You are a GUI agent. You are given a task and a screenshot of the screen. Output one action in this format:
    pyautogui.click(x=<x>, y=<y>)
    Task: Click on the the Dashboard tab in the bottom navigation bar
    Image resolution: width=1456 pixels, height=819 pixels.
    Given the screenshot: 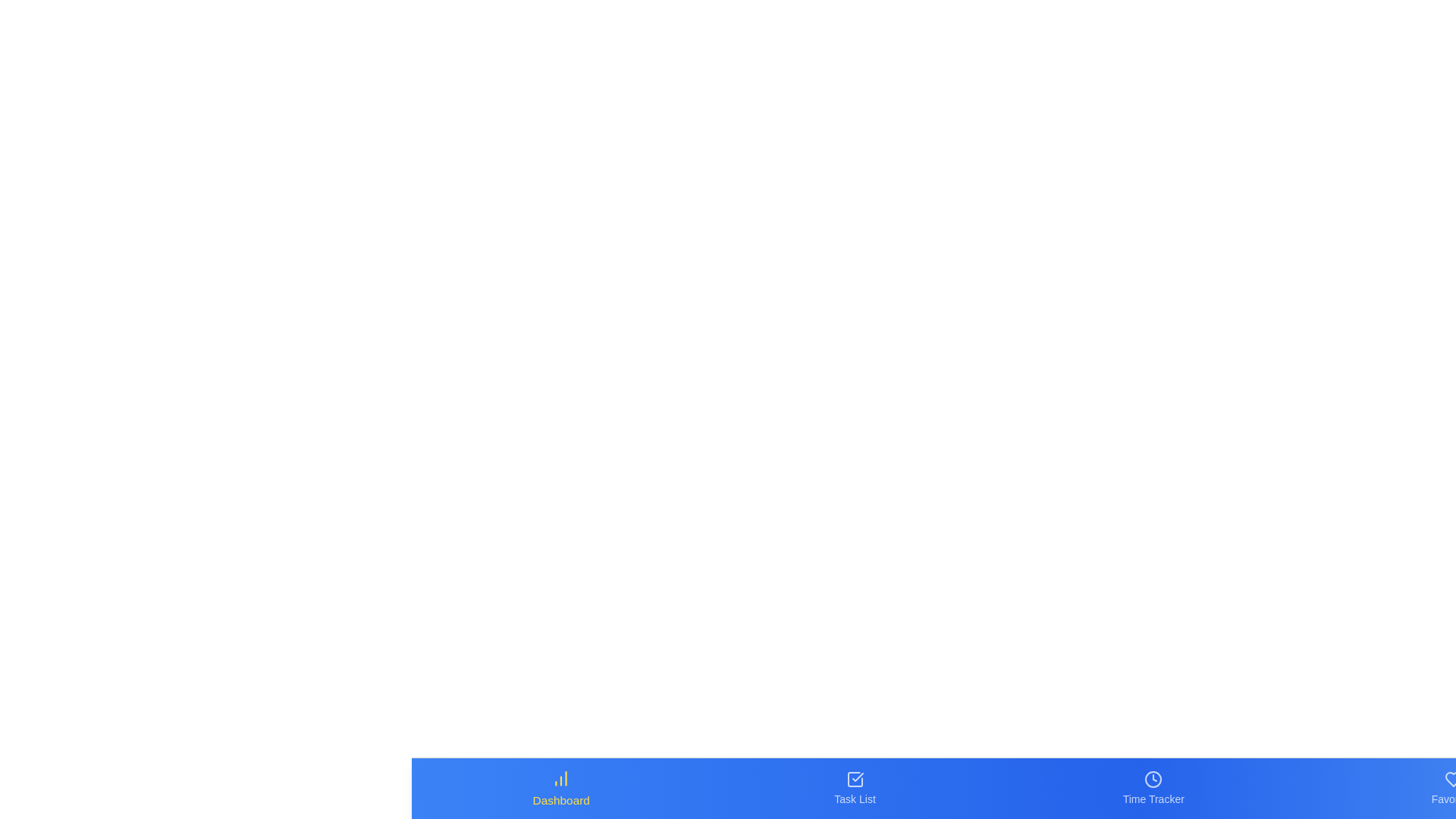 What is the action you would take?
    pyautogui.click(x=560, y=788)
    